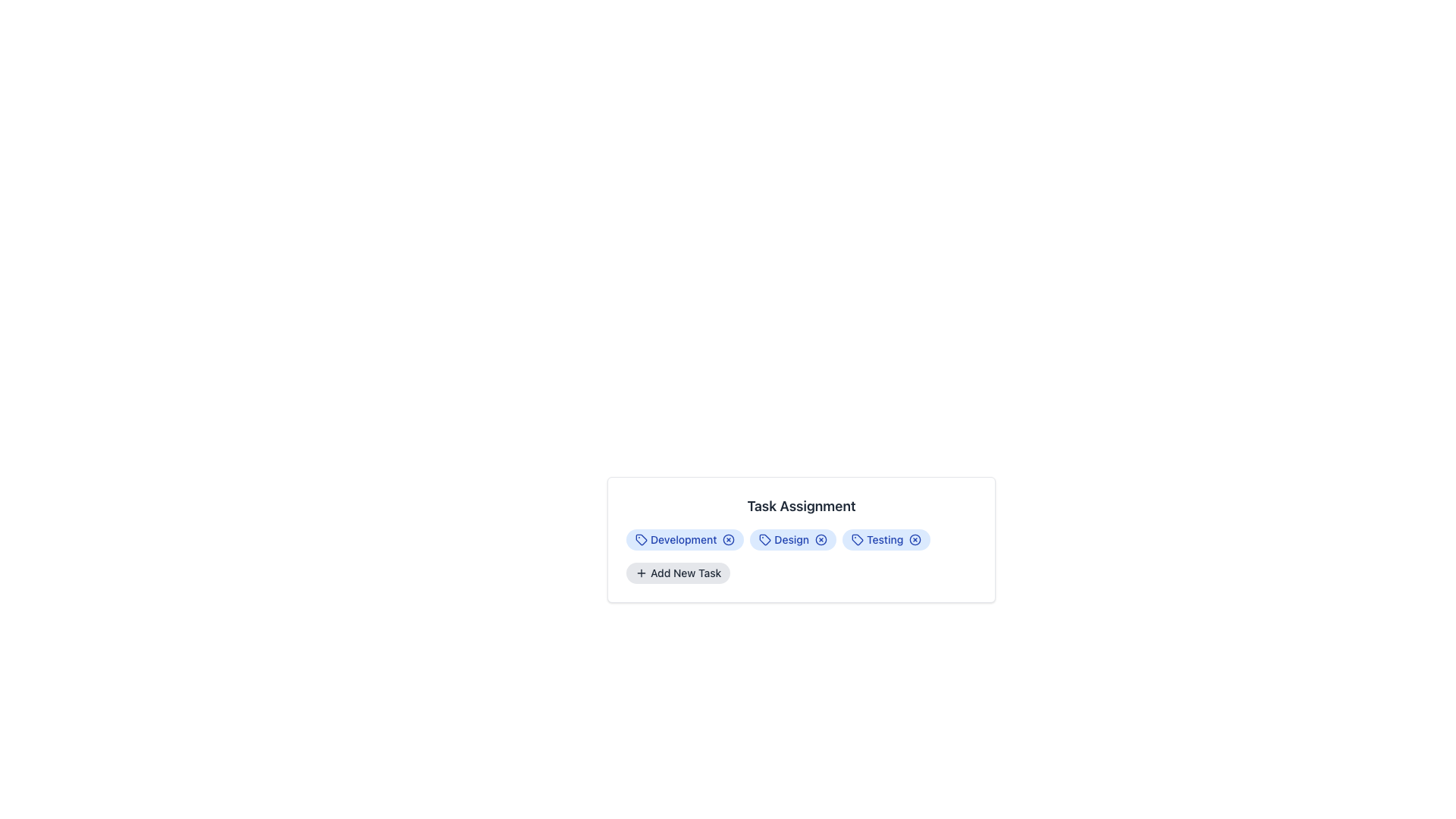  I want to click on the blue tag icon located at the left side of the 'Development' label chip, so click(641, 539).